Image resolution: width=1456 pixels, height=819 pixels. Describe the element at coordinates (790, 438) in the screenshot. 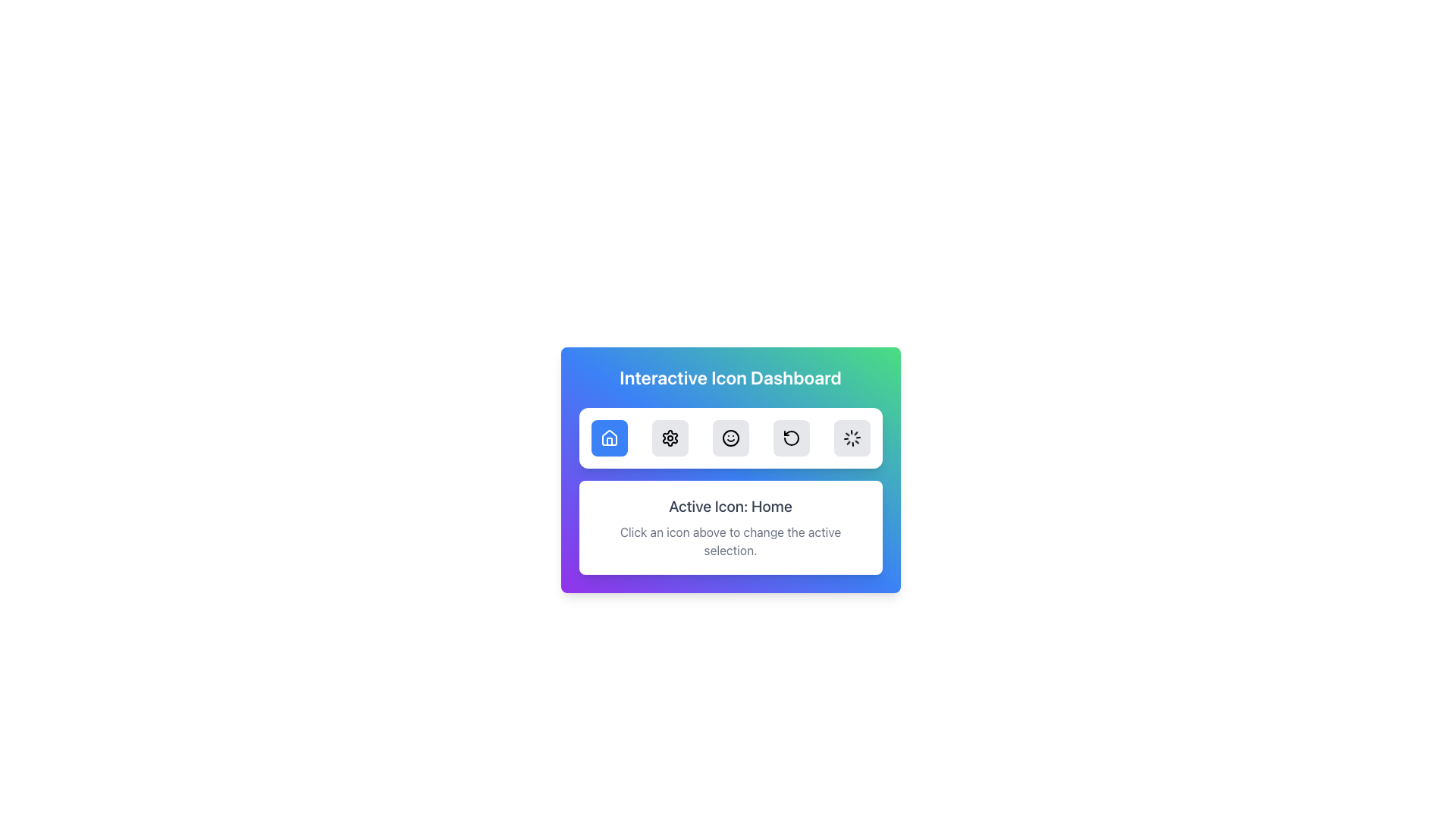

I see `the gray button with rounded corners that contains a black circular arrow icon pointing counterclockwise` at that location.